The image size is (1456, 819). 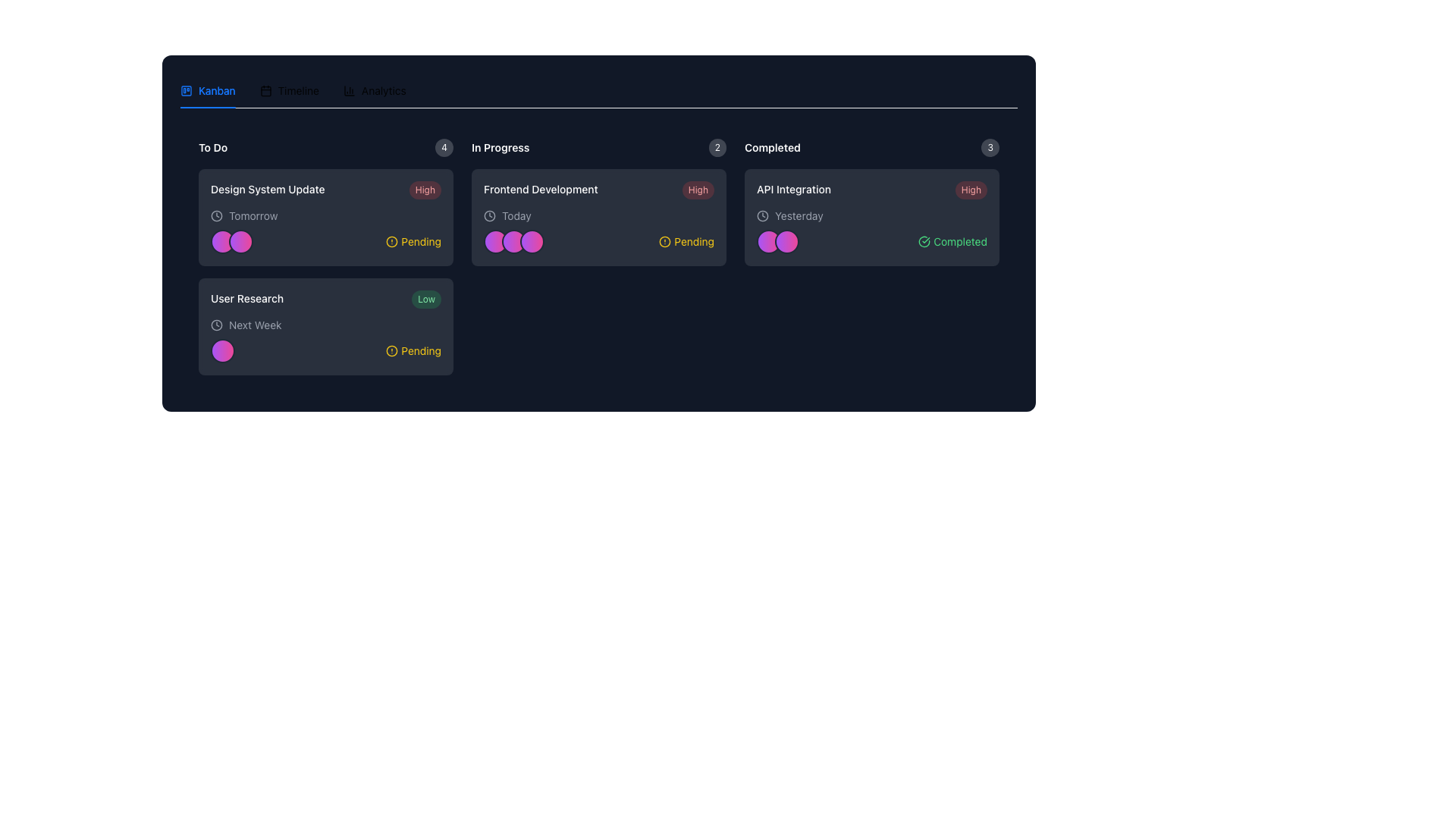 What do you see at coordinates (763, 216) in the screenshot?
I see `SVG graphic element - circle that visually represents part of a clock icon located within the 'Completed' card, below the title 'API Integration' and adjacent to the text 'Yesterday'` at bounding box center [763, 216].